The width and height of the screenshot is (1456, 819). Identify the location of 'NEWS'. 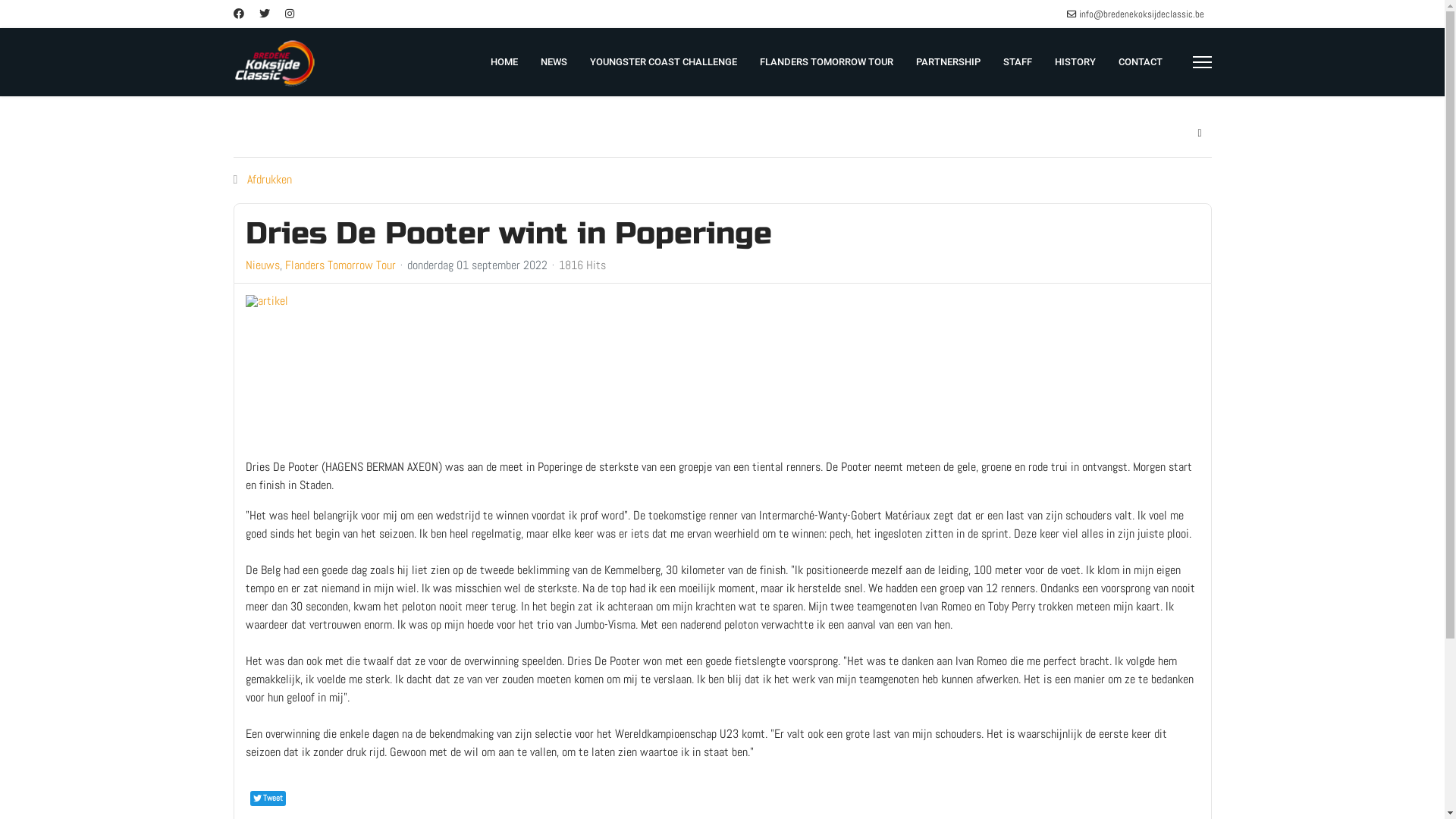
(553, 61).